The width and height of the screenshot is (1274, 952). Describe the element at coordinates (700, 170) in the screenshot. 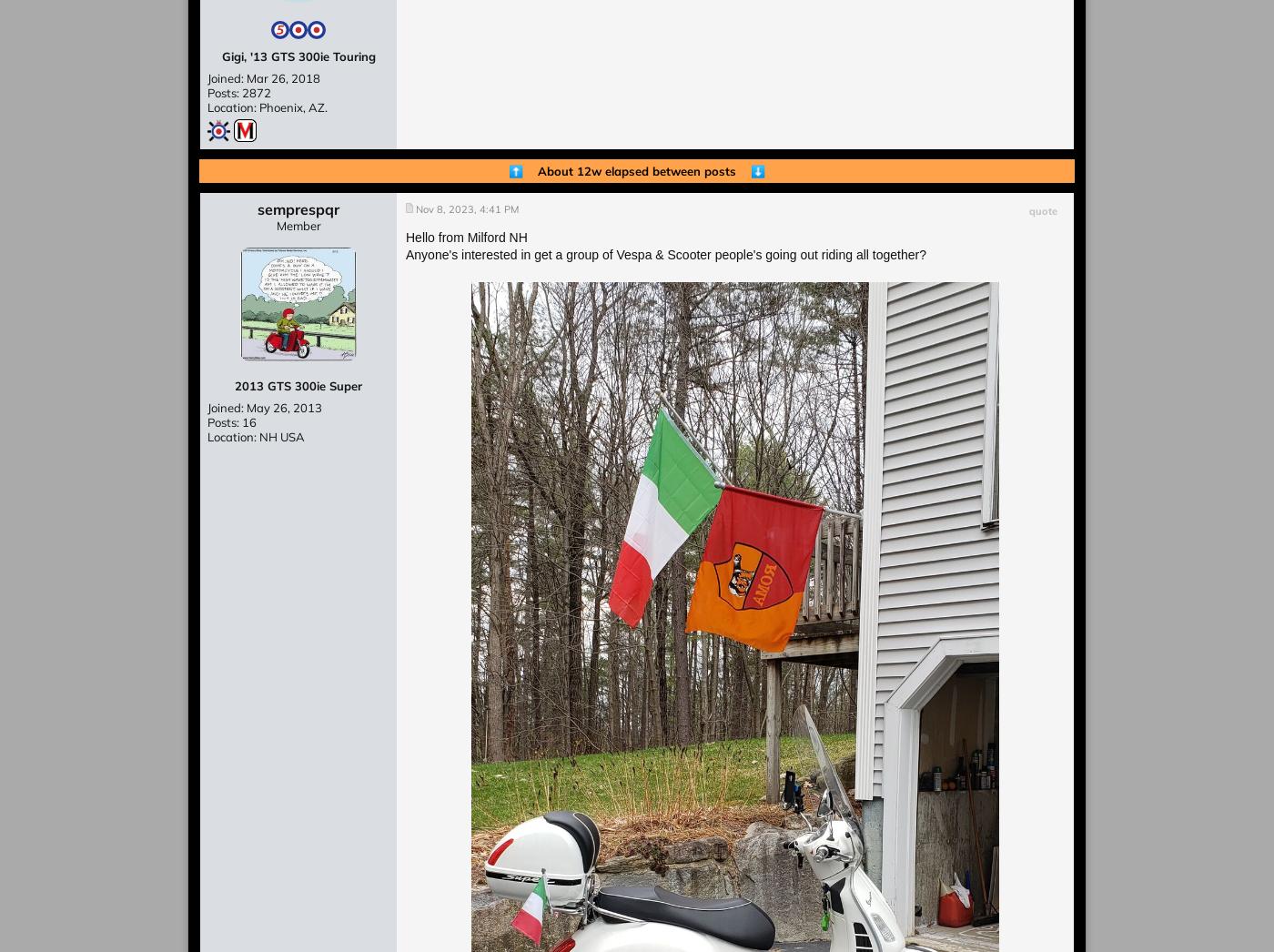

I see `'between posts'` at that location.